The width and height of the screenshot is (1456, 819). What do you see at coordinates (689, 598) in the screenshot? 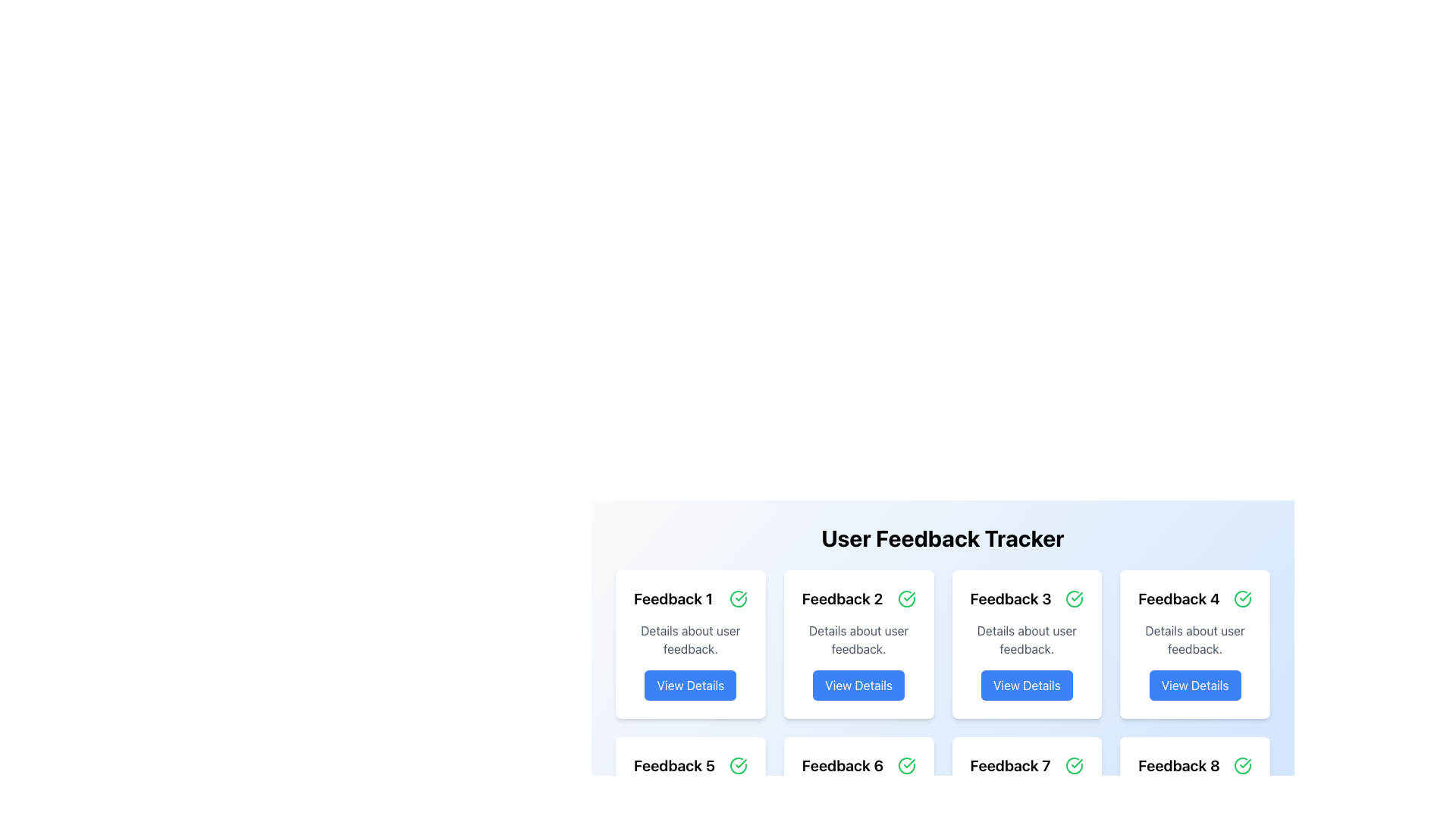
I see `text 'Feedback 1' from the primary title component located in the top-left section of the first row of the grid layout, which includes a green checkmark icon` at bounding box center [689, 598].